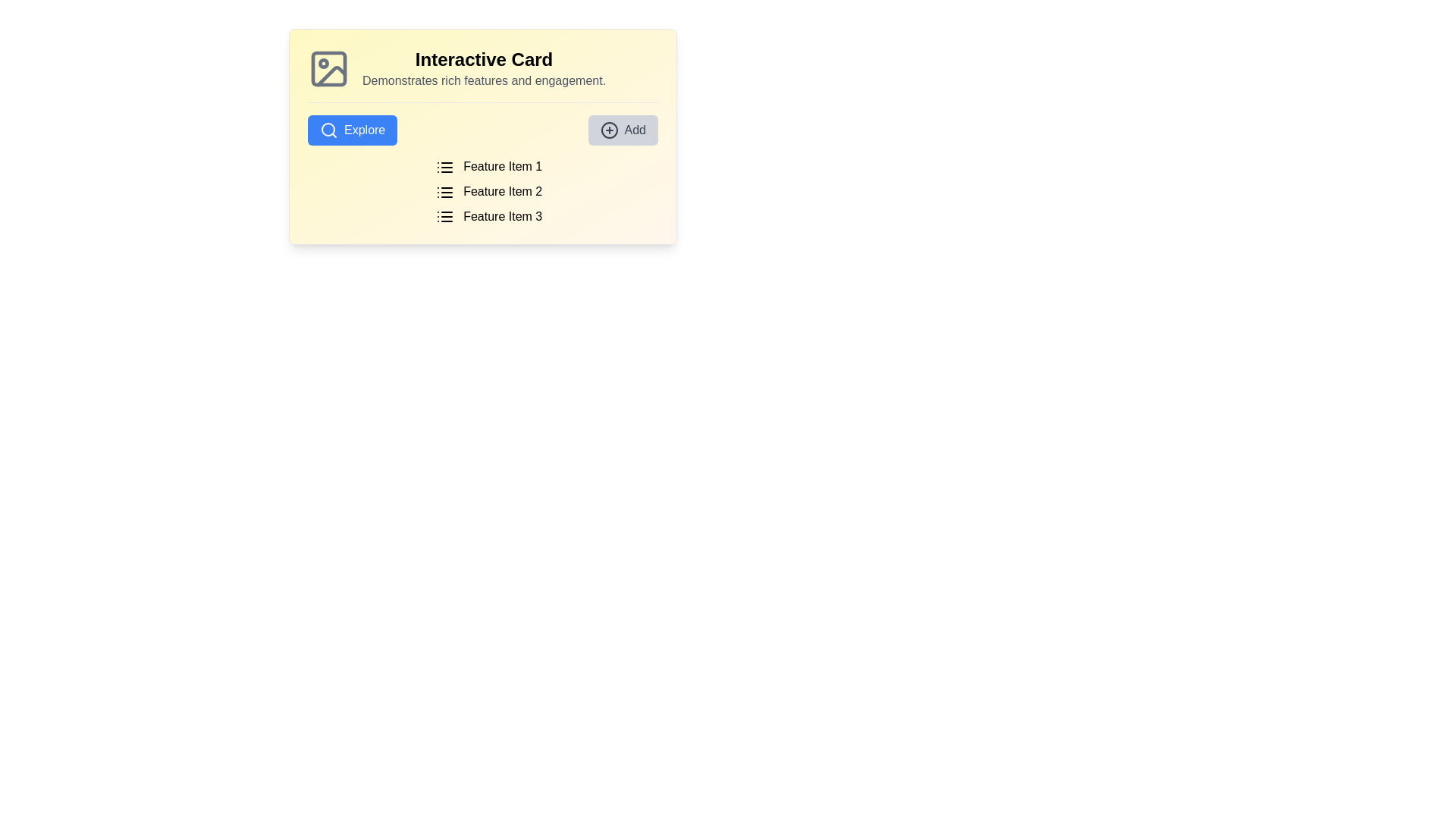 The image size is (1456, 819). Describe the element at coordinates (609, 130) in the screenshot. I see `the circular icon containing a plus symbol, which is embedded within the 'Add' button located in the top-right section of the interface` at that location.